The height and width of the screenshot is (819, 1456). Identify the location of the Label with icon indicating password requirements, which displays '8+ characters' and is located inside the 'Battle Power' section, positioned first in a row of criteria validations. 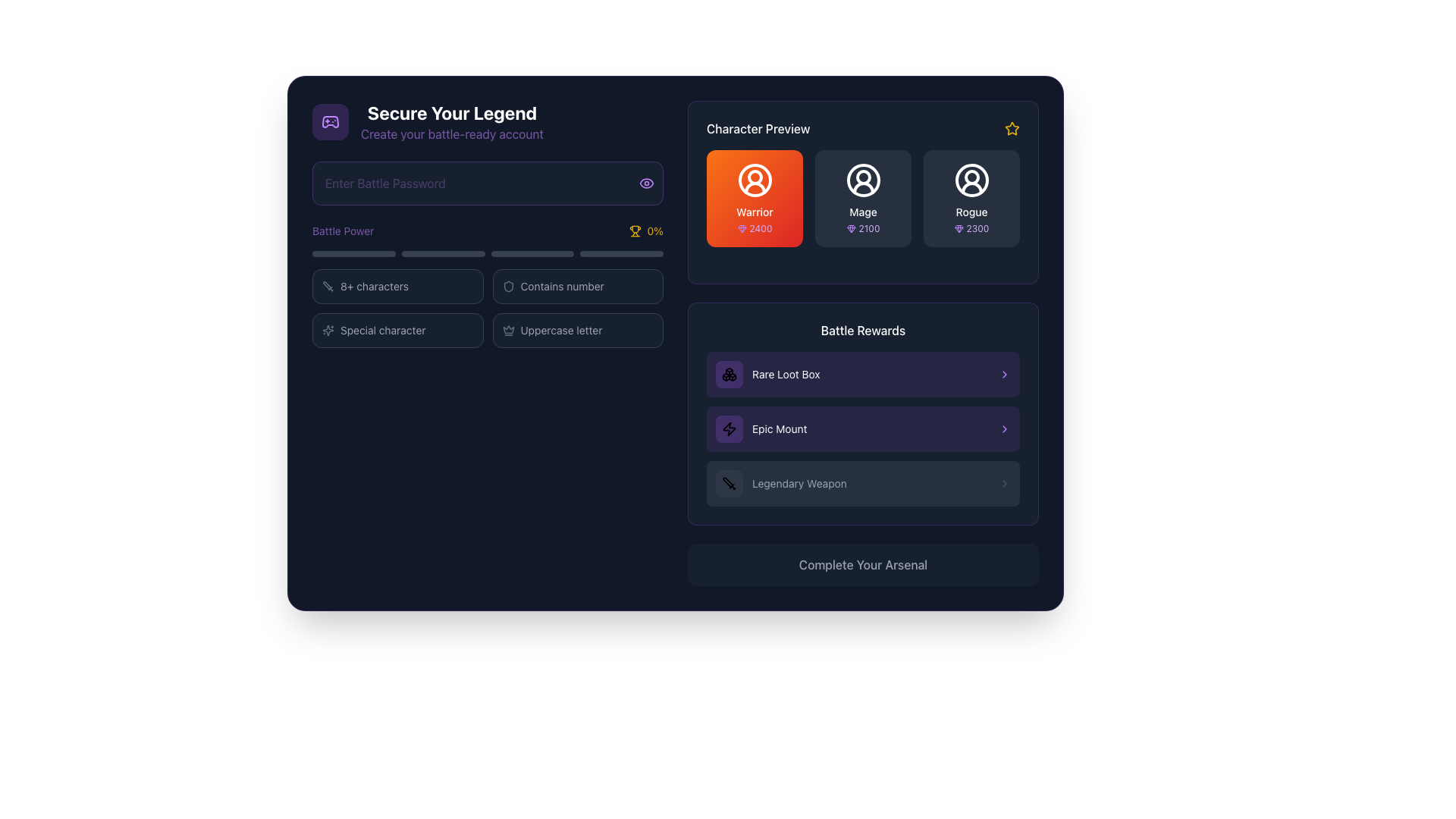
(397, 287).